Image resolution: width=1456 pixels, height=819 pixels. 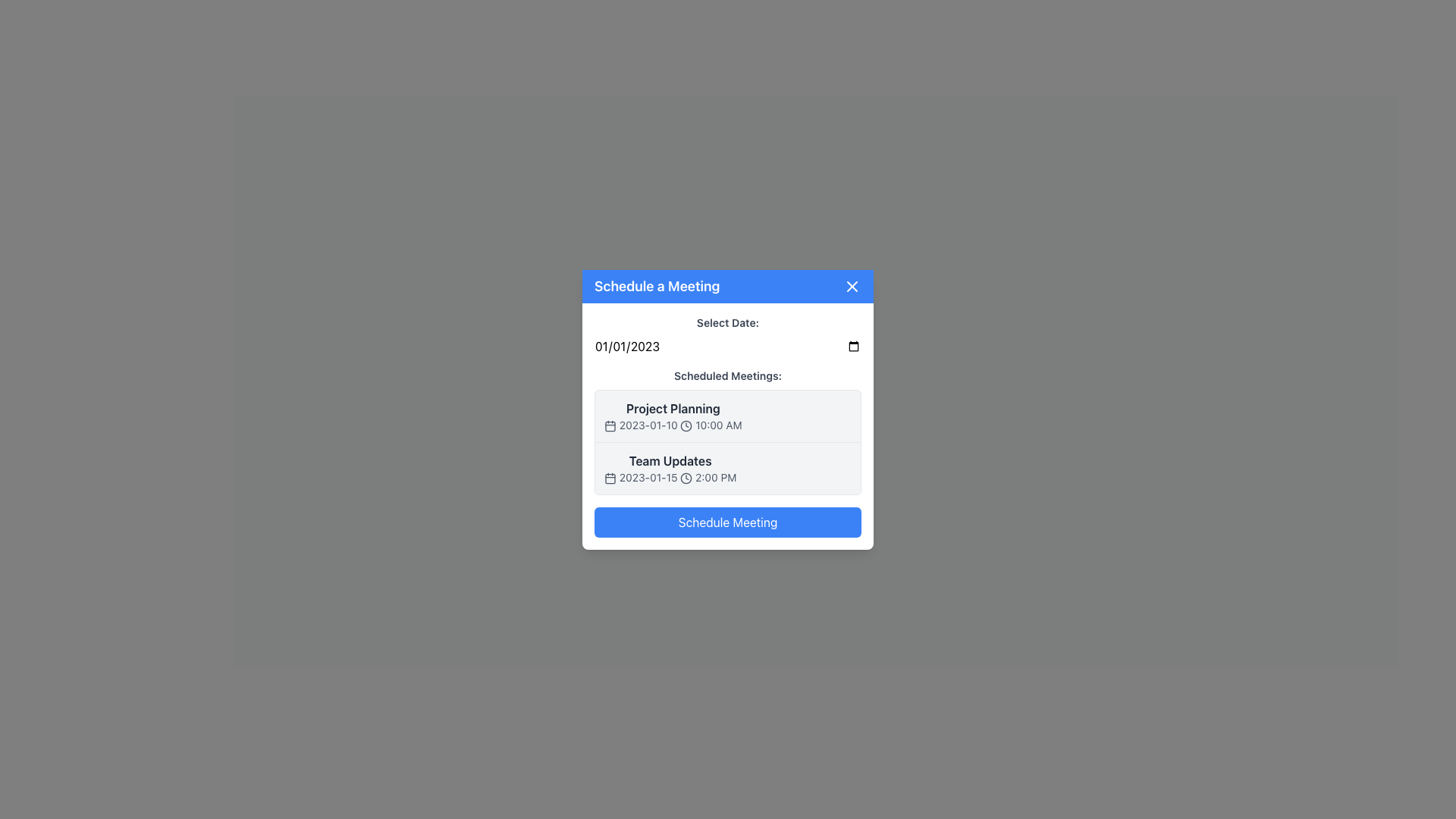 I want to click on the date picker input labeled 'Select Date:', so click(x=728, y=334).